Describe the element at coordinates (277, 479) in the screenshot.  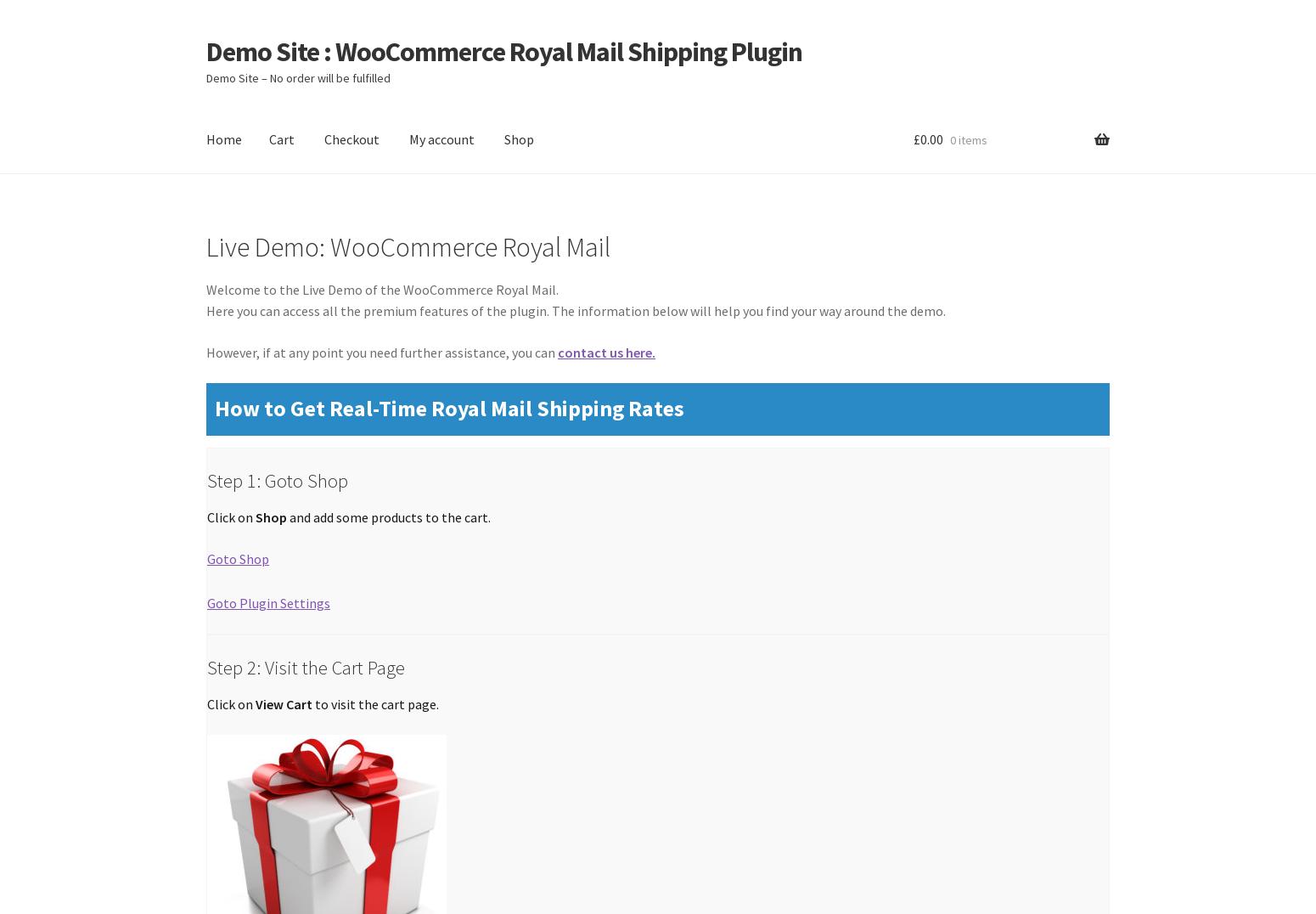
I see `'Step 1: Goto Shop'` at that location.